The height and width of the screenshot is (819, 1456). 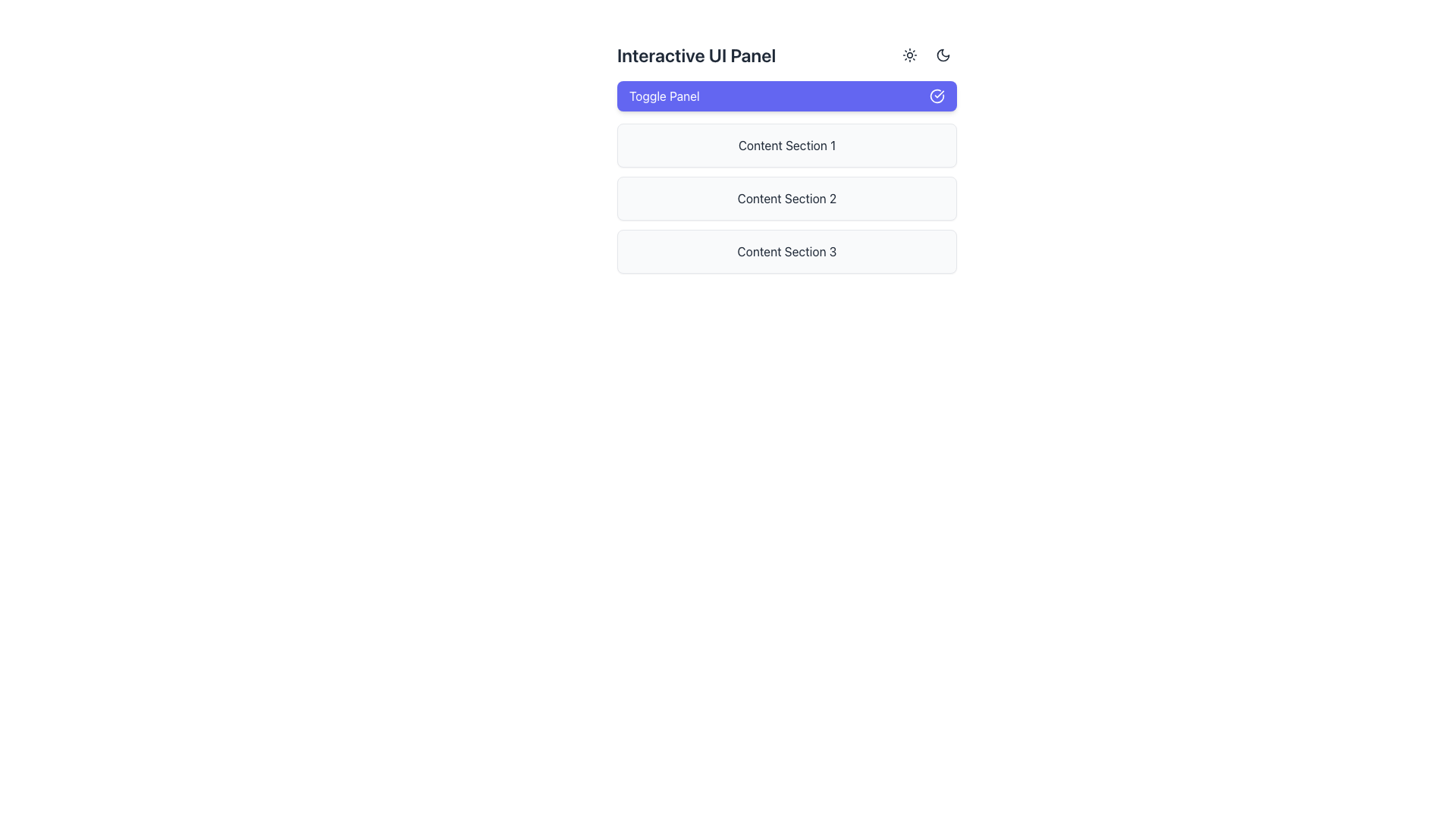 I want to click on the SVG-based icon located at the far right end of the 'Toggle Panel' button, next to the text label 'Toggle Panel', to confirm or toggle its state if it is enabled, so click(x=937, y=96).